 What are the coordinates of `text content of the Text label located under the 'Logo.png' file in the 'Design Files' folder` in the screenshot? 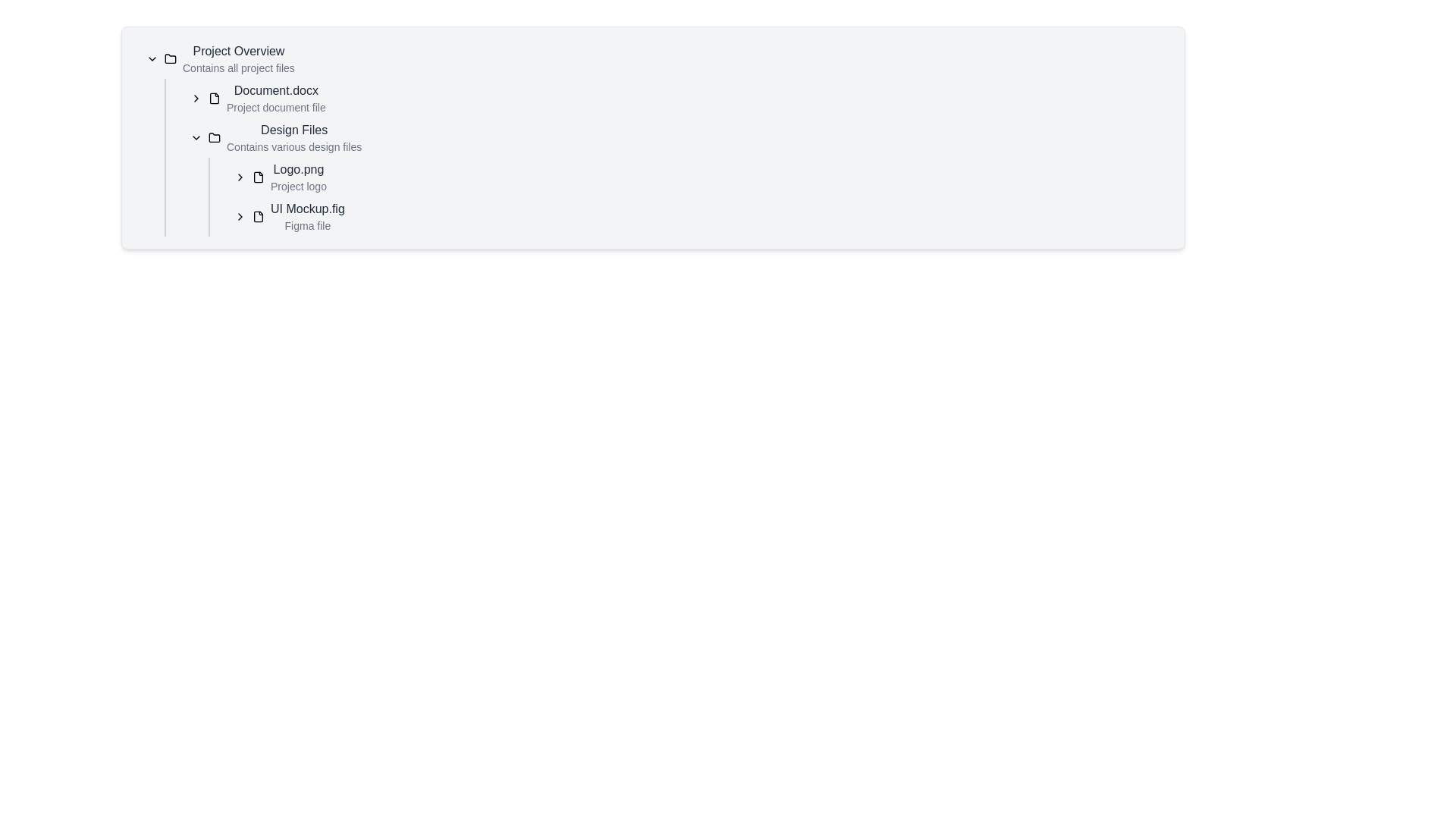 It's located at (298, 186).